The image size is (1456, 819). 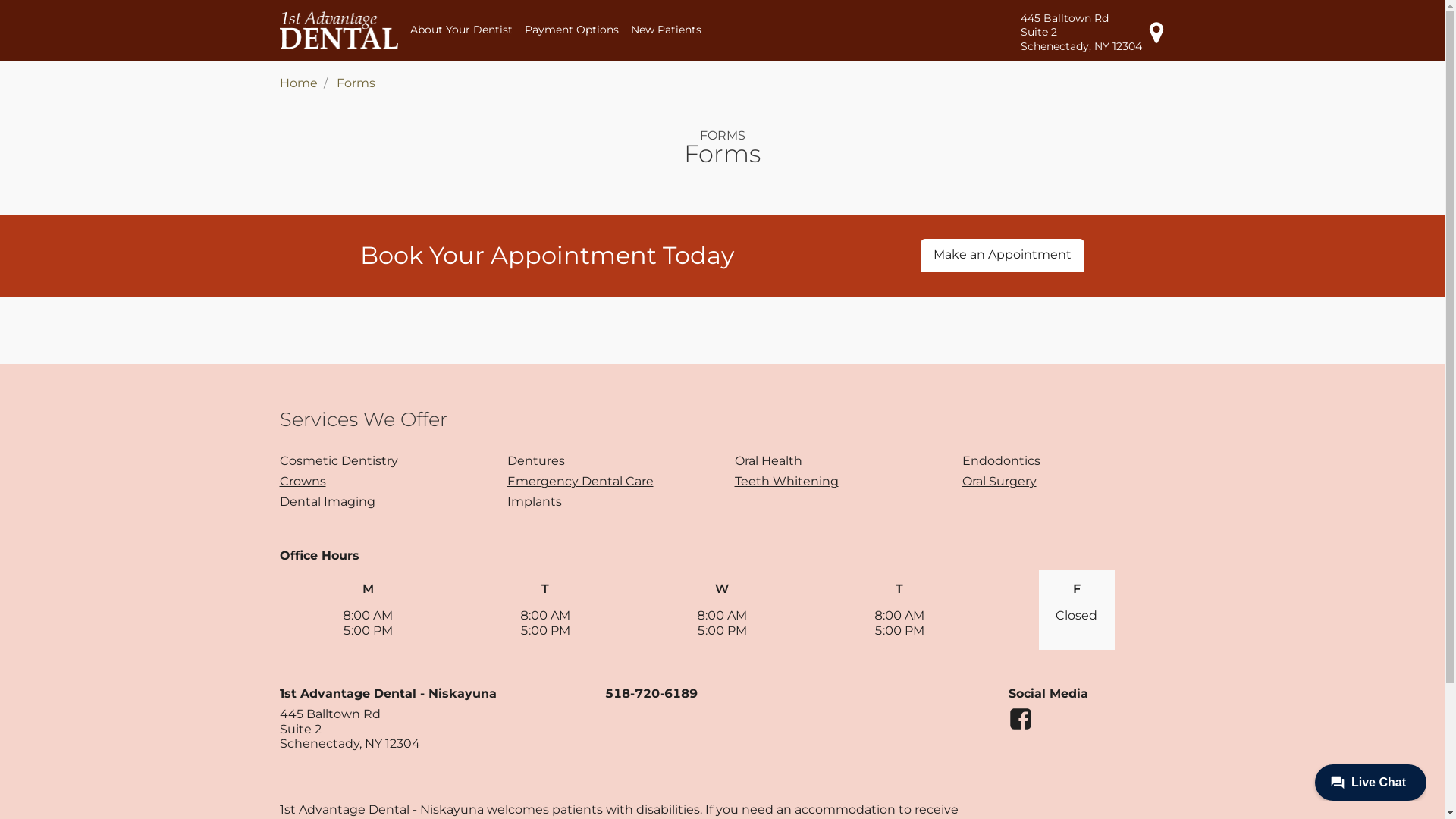 I want to click on 'Forms', so click(x=336, y=83).